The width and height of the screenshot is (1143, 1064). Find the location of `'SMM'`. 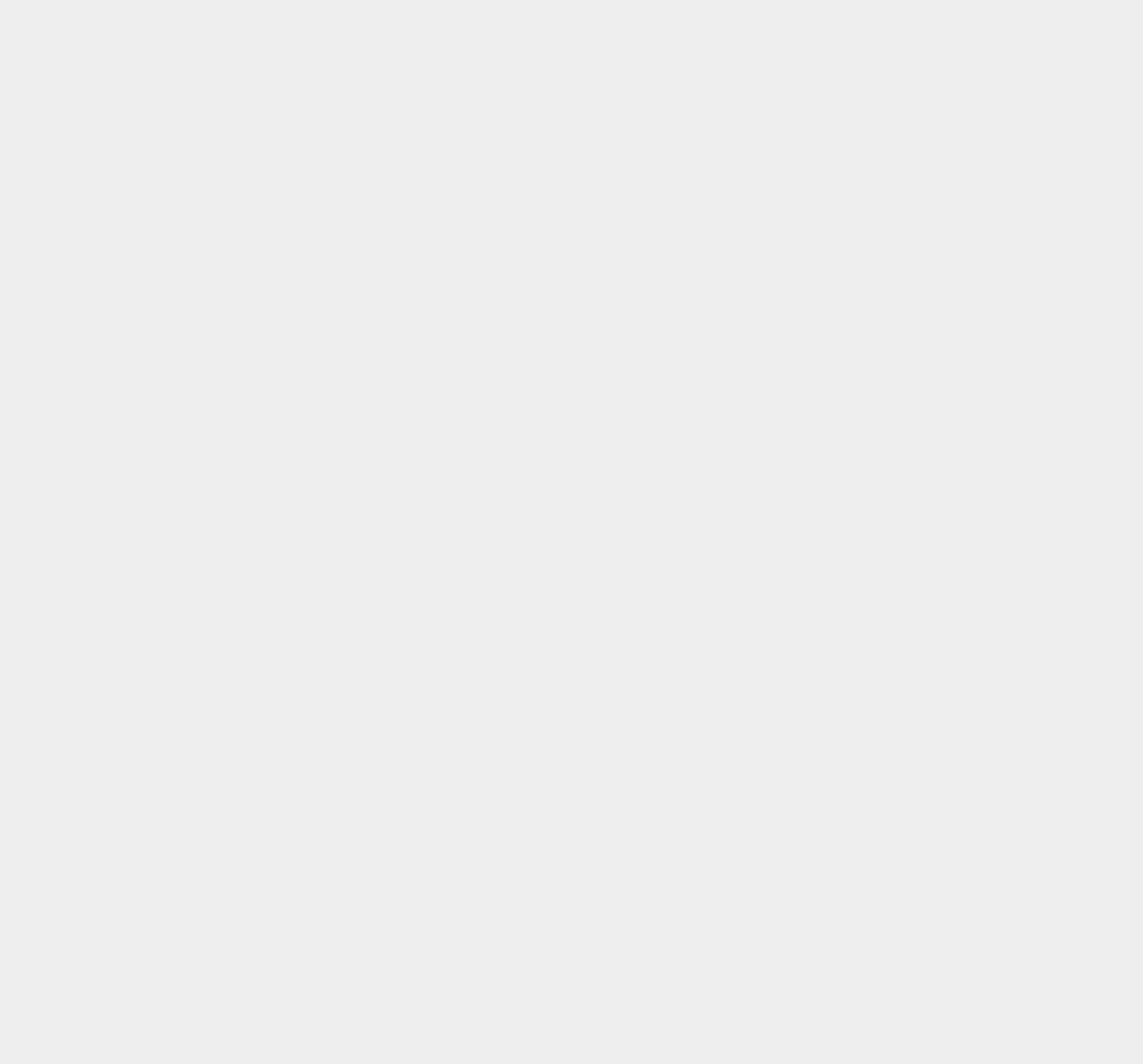

'SMM' is located at coordinates (823, 707).